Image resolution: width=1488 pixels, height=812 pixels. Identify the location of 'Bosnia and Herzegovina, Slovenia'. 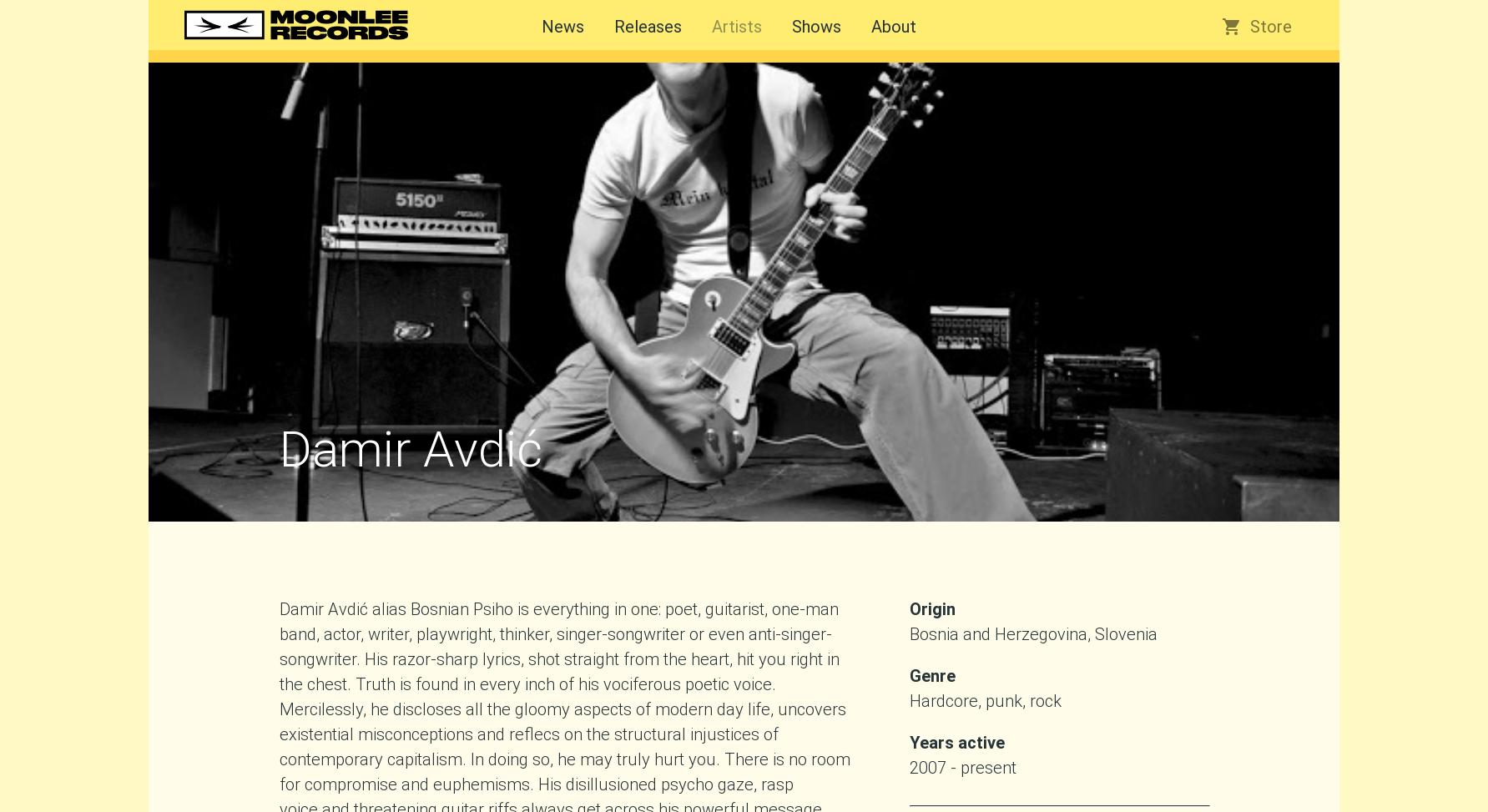
(909, 634).